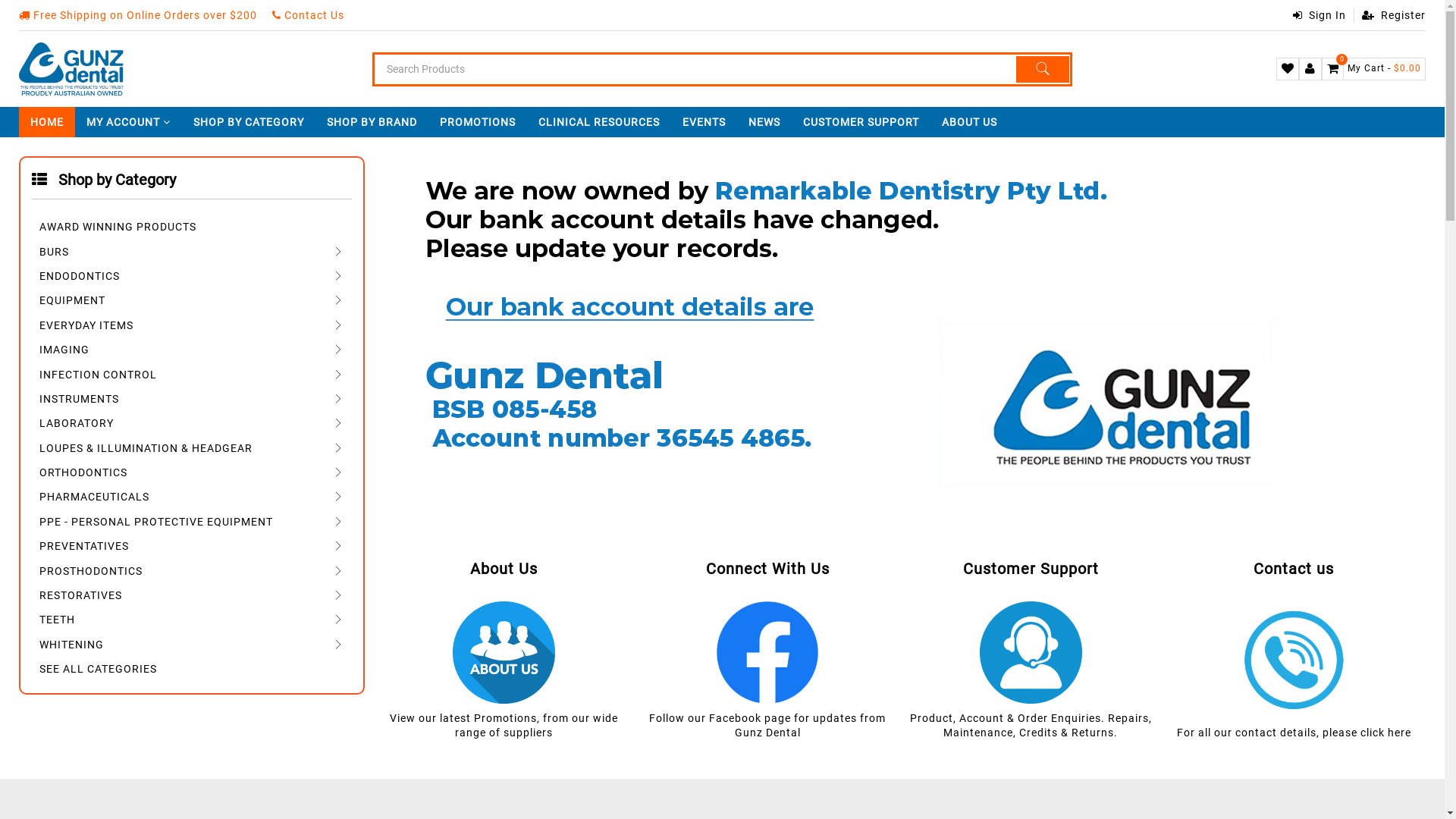 Image resolution: width=1456 pixels, height=819 pixels. I want to click on 'PREVENTATIVES', so click(191, 544).